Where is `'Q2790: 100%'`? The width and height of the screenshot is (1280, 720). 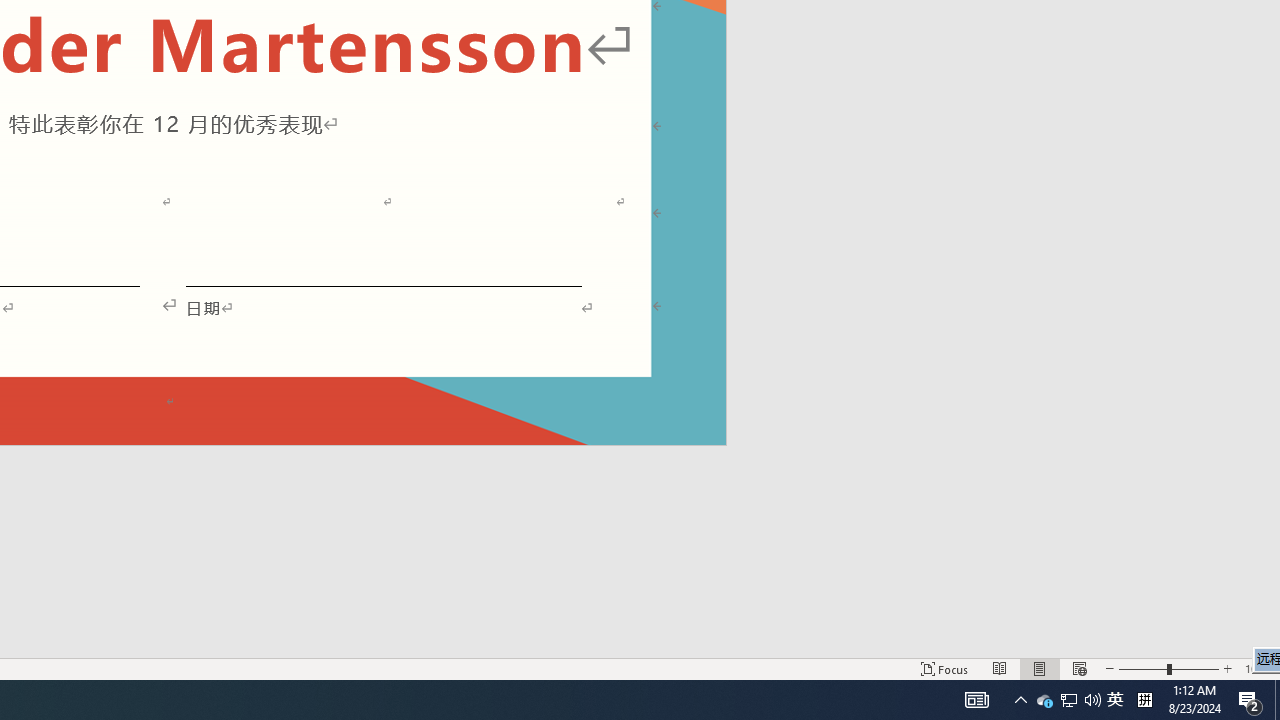
'Q2790: 100%' is located at coordinates (1114, 698).